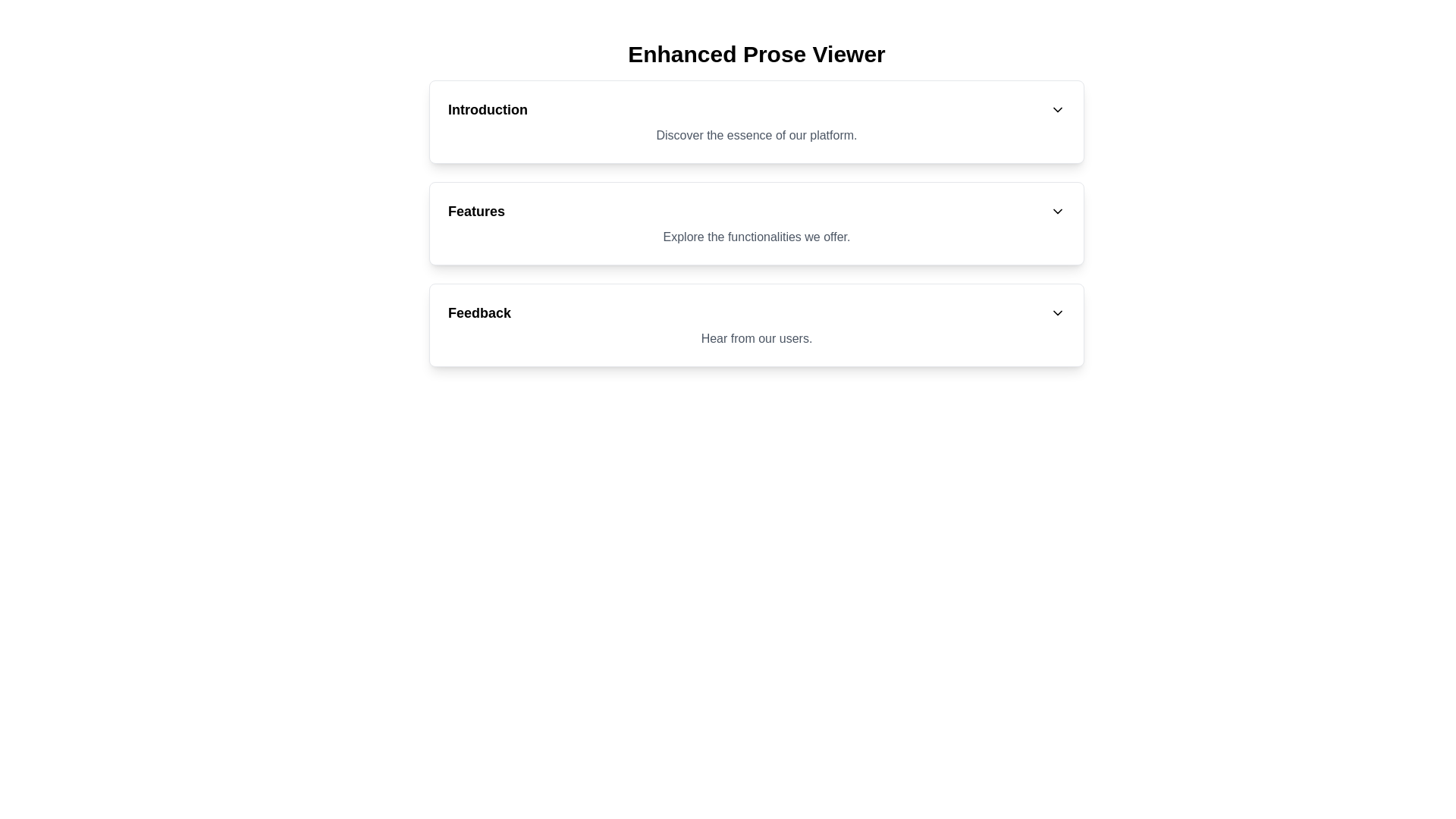  What do you see at coordinates (475, 211) in the screenshot?
I see `the static text header or label for the 'Features' section, which is positioned below the 'Introduction' section and above the 'Feedback' section, aligned to the left` at bounding box center [475, 211].